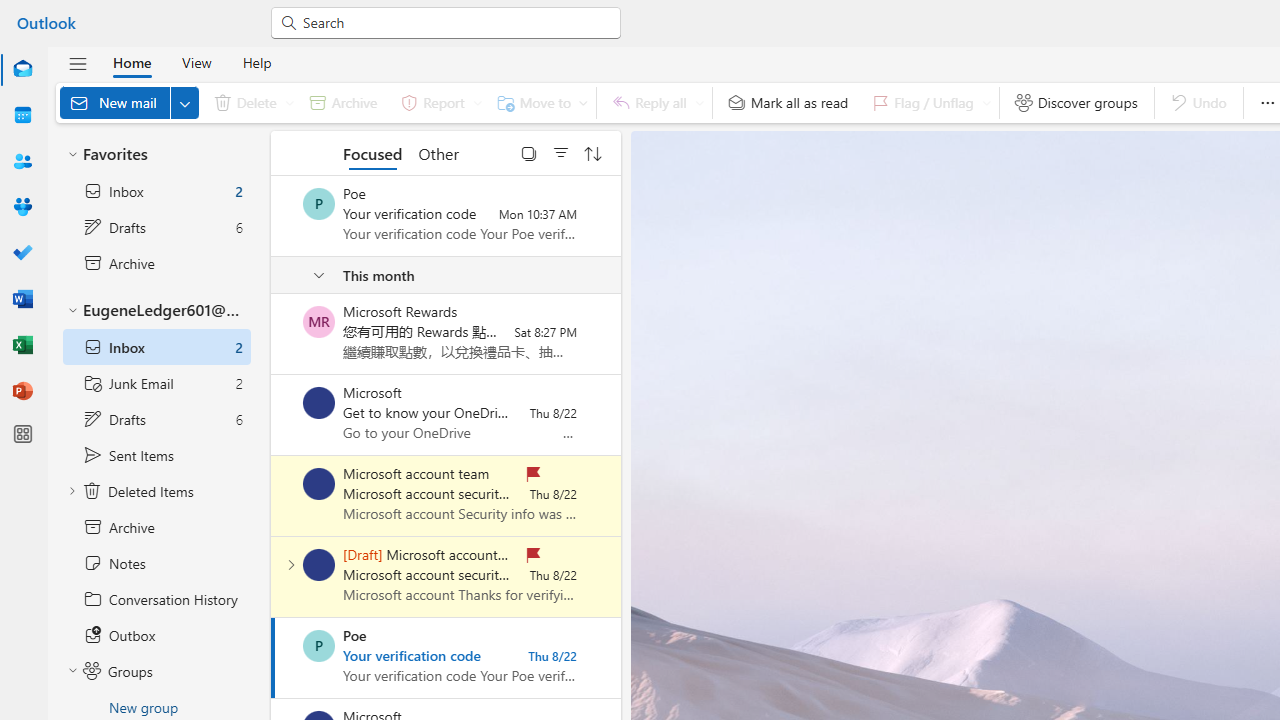 The image size is (1280, 720). What do you see at coordinates (986, 102) in the screenshot?
I see `'Expand to see flag options'` at bounding box center [986, 102].